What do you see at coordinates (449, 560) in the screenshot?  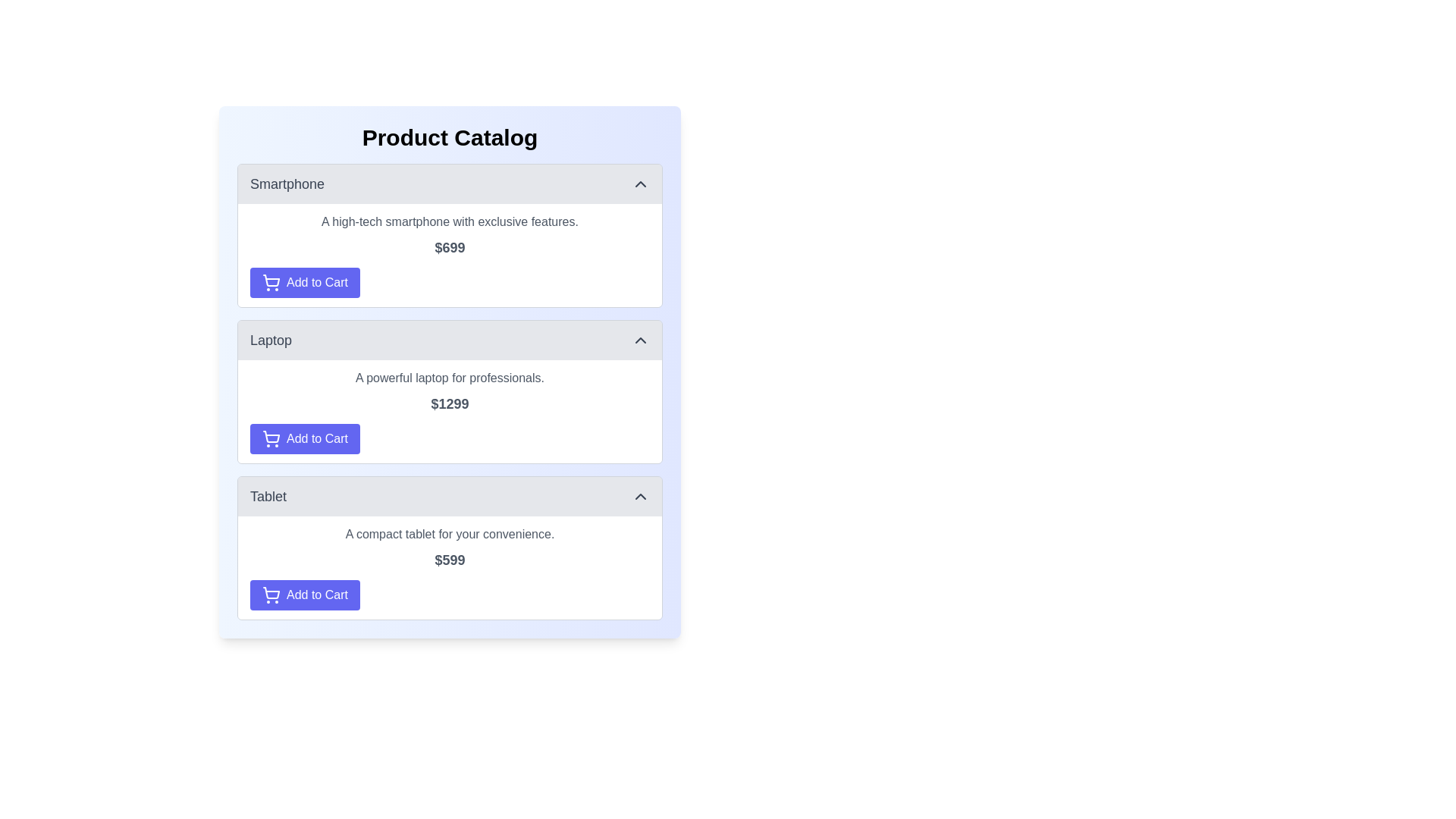 I see `the price tag displaying '$599', which is bold and large, positioned below the product description and above the 'Add to Cart' button` at bounding box center [449, 560].